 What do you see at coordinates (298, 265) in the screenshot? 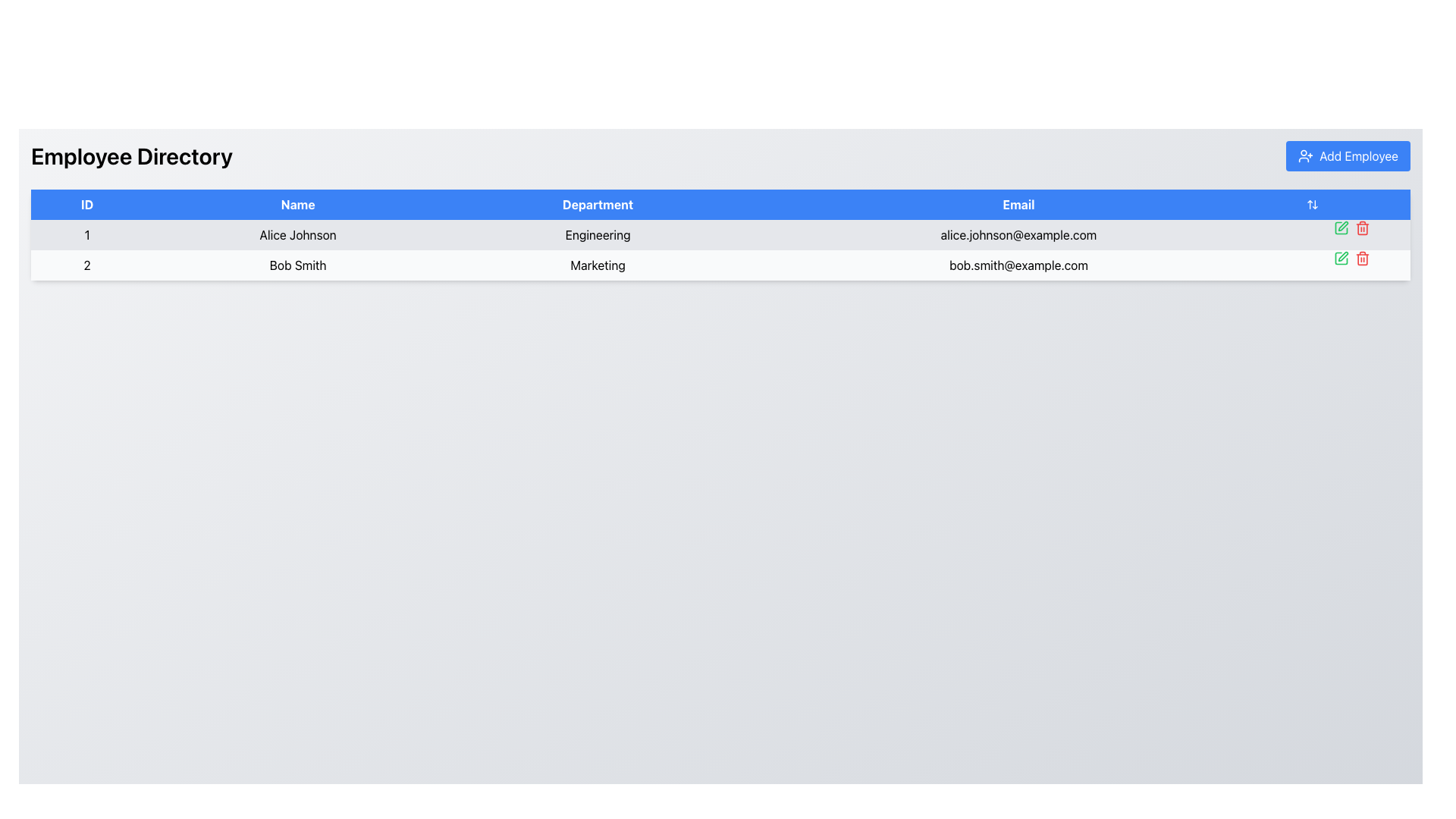
I see `the text label 'Bob Smith' located in the second column of the second row of the table, which displays employee details` at bounding box center [298, 265].